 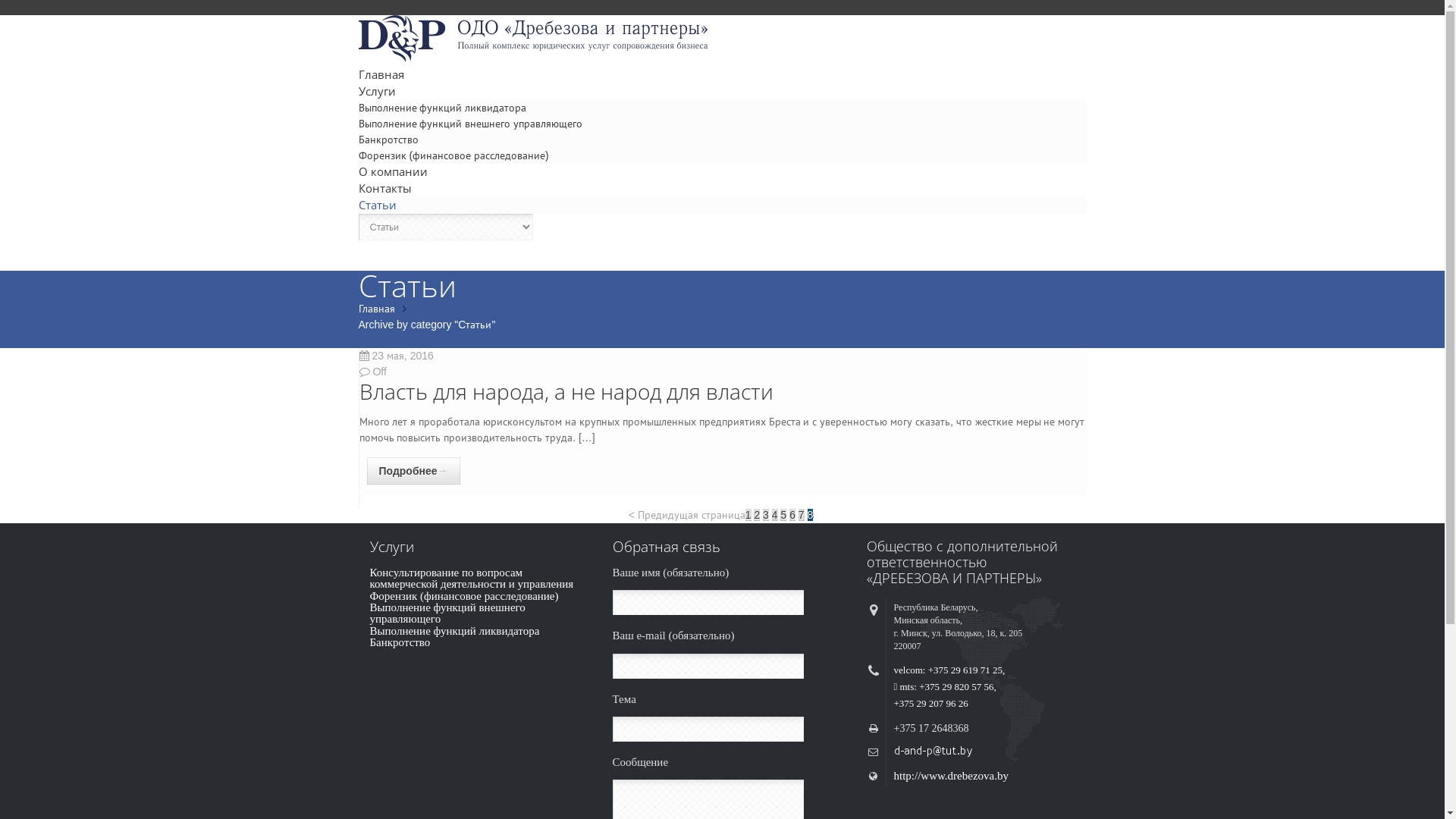 I want to click on '4', so click(x=775, y=513).